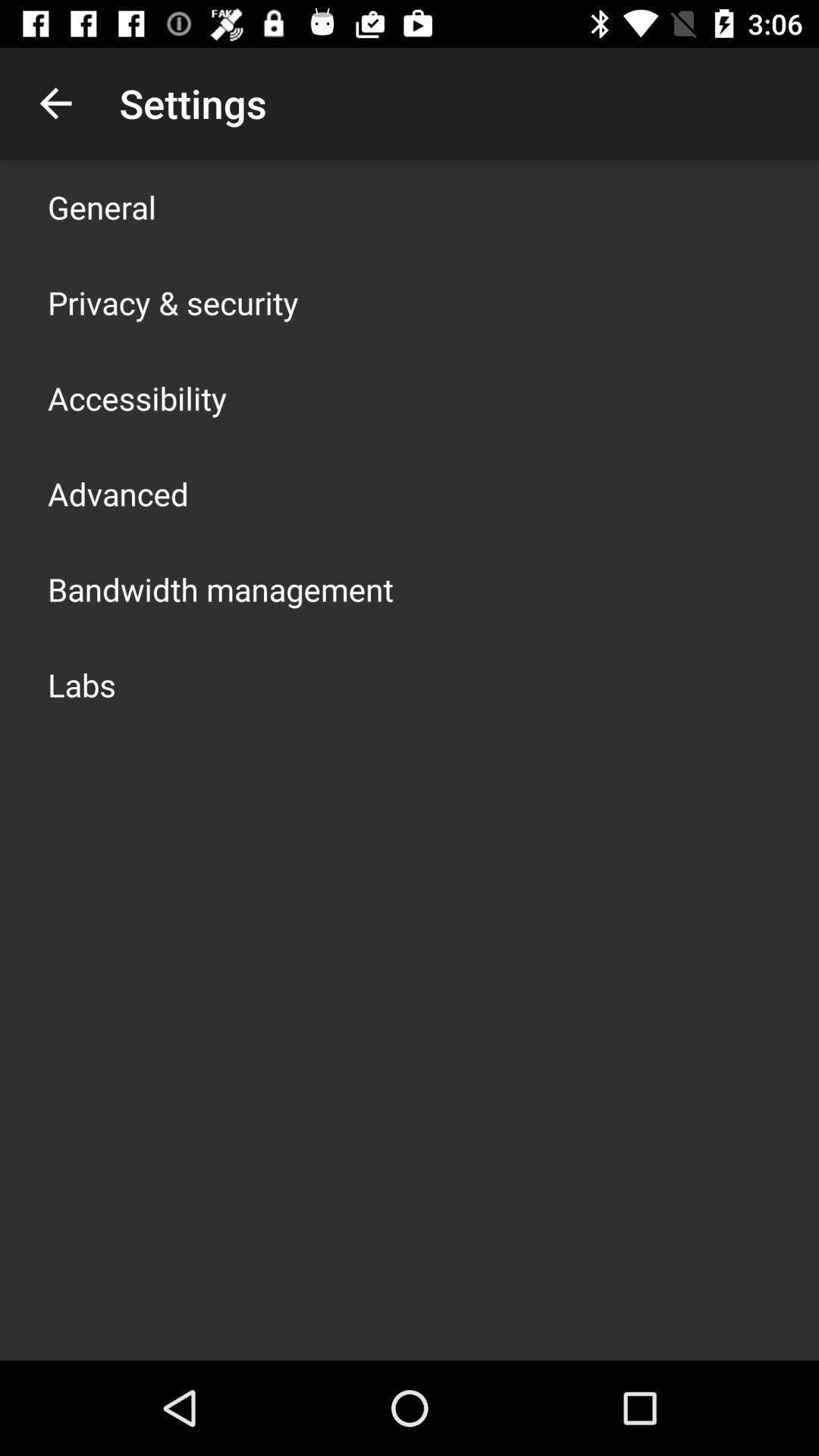 Image resolution: width=819 pixels, height=1456 pixels. I want to click on the item above privacy & security icon, so click(102, 206).